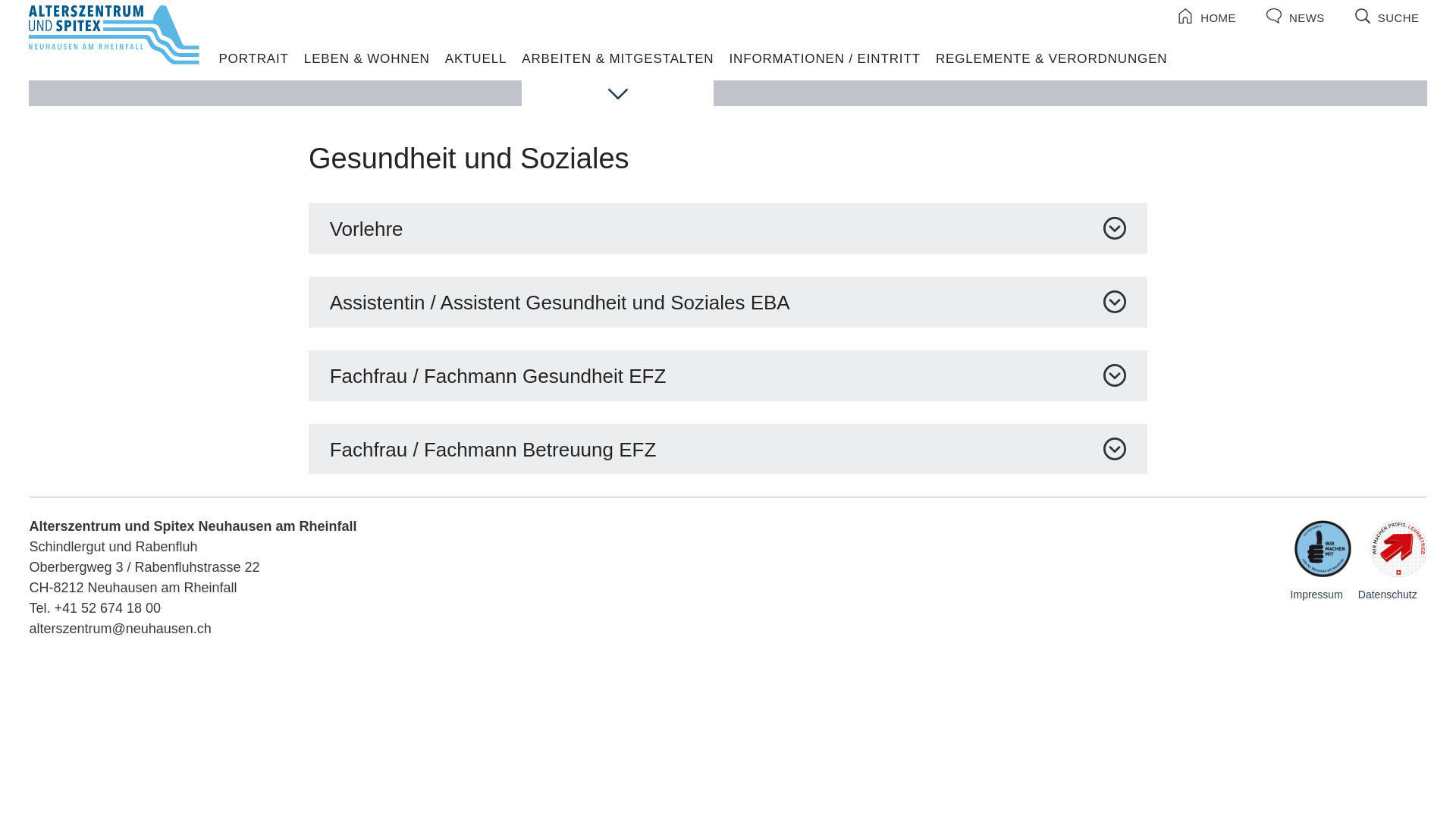  I want to click on 'ARBEITEN & MITGESTALTEN', so click(617, 77).